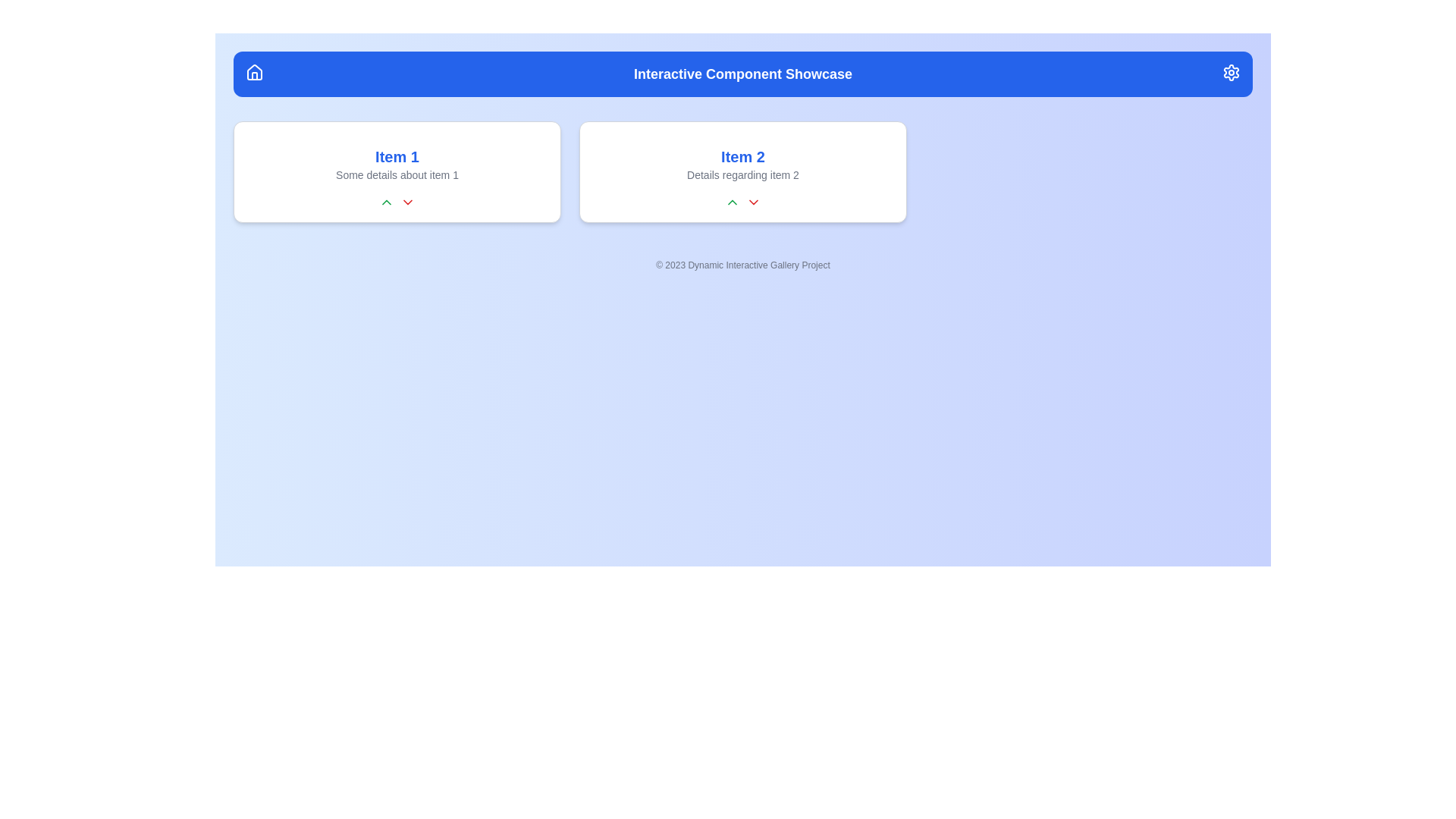 This screenshot has height=819, width=1456. Describe the element at coordinates (742, 164) in the screenshot. I see `displayed text from the text display element that shows 'Item 2' in bold blue text and 'Details regarding item 2' in smaller gray text, located in the second white card panel under the blue header bar` at that location.